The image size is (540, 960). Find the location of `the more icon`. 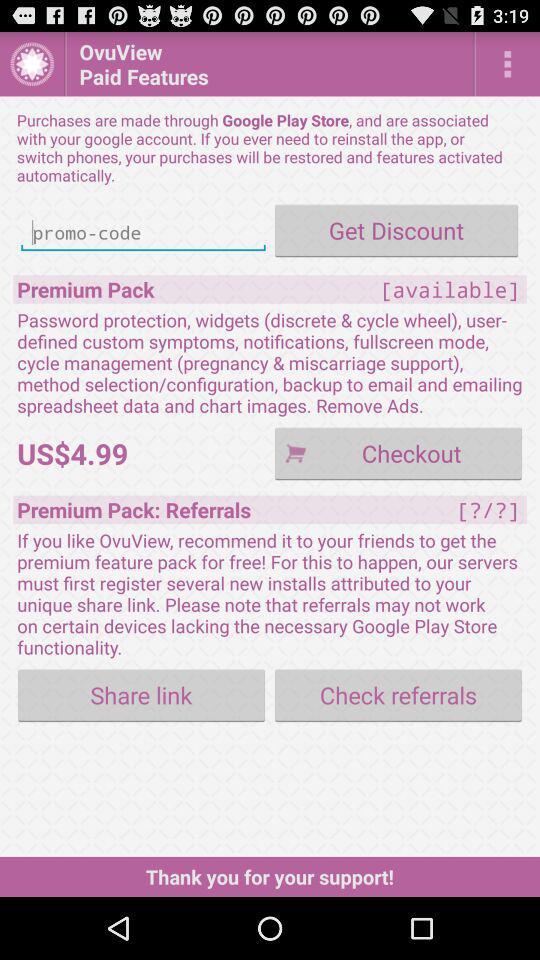

the more icon is located at coordinates (507, 68).